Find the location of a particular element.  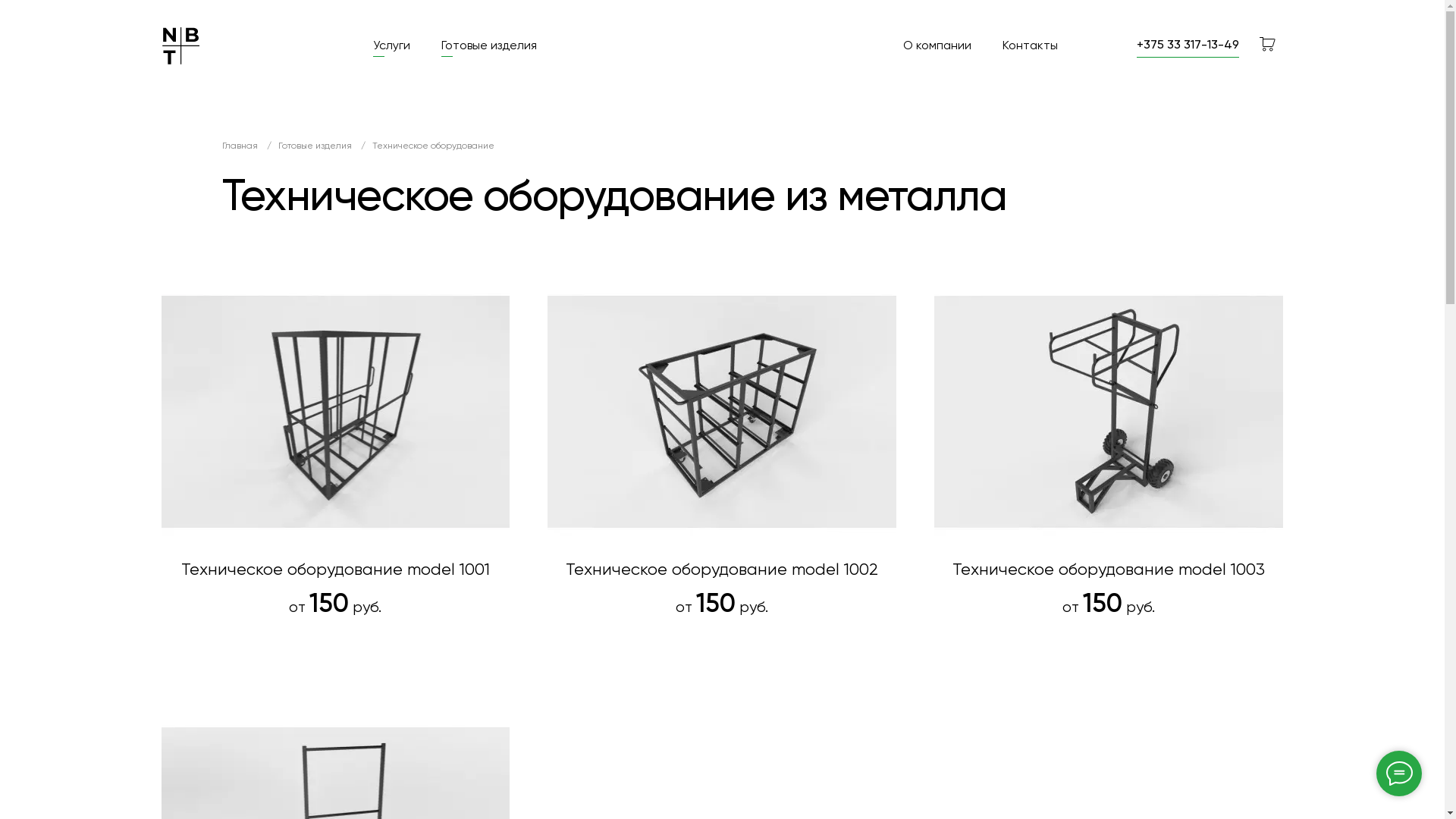

'+375 33 317-13-49' is located at coordinates (1186, 43).